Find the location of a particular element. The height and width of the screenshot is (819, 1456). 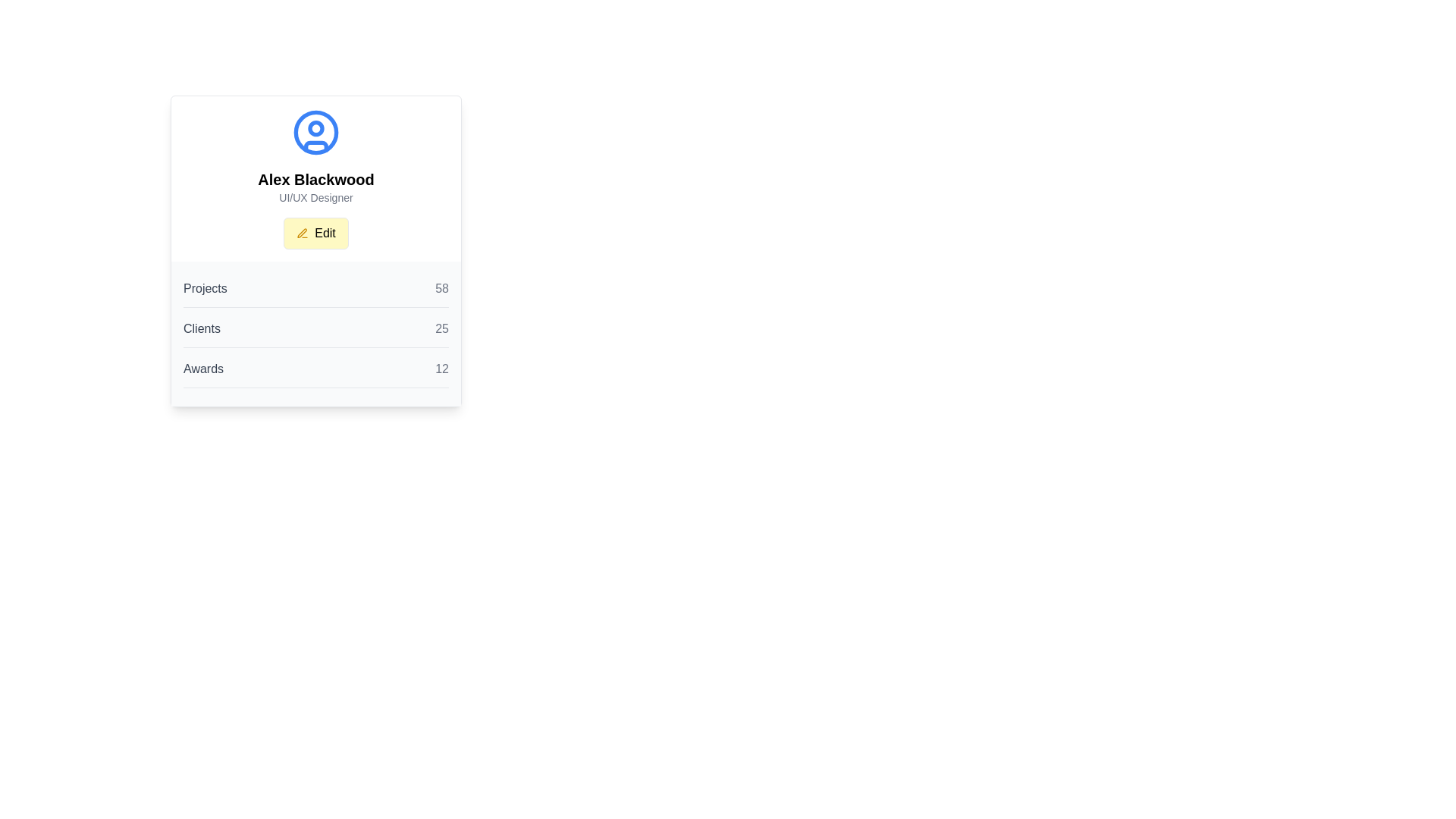

the numerical value '58' displayed in light gray, aligned to the right of the label 'Projects' in the top row of the list is located at coordinates (441, 289).